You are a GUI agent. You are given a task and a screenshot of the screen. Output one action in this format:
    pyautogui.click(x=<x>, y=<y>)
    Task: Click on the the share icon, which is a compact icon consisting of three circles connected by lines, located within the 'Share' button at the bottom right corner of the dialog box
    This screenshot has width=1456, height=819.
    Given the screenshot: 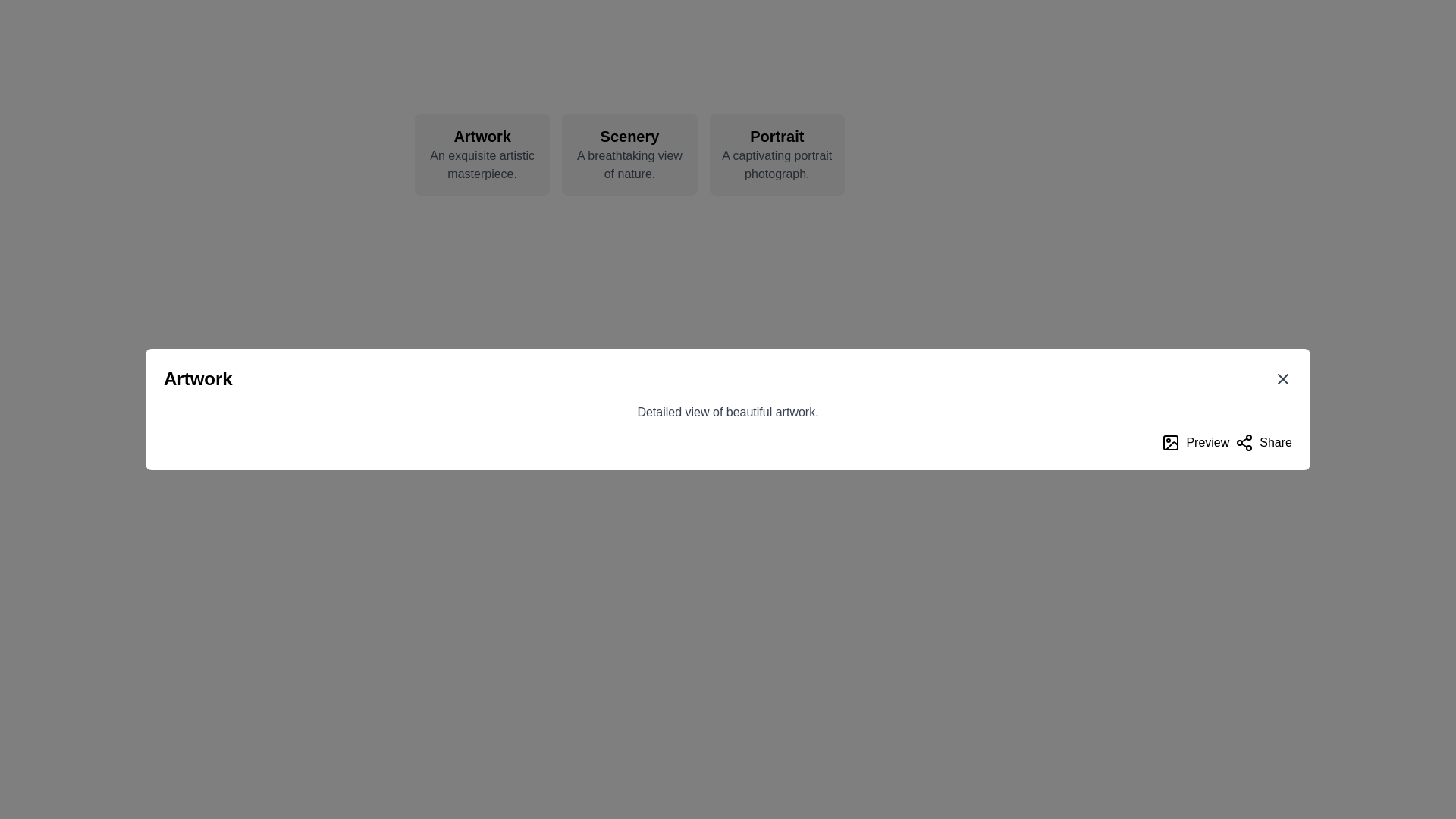 What is the action you would take?
    pyautogui.click(x=1244, y=442)
    